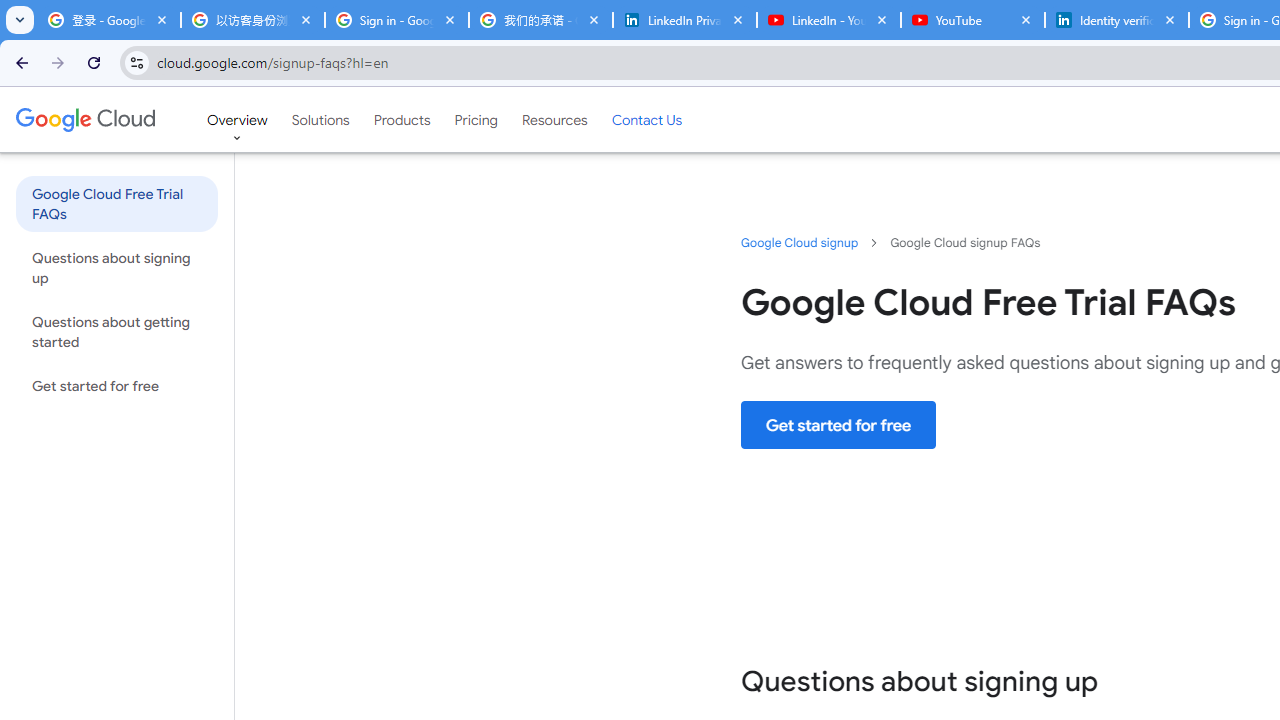  Describe the element at coordinates (1115, 20) in the screenshot. I see `'Identity verification via Persona | LinkedIn Help'` at that location.